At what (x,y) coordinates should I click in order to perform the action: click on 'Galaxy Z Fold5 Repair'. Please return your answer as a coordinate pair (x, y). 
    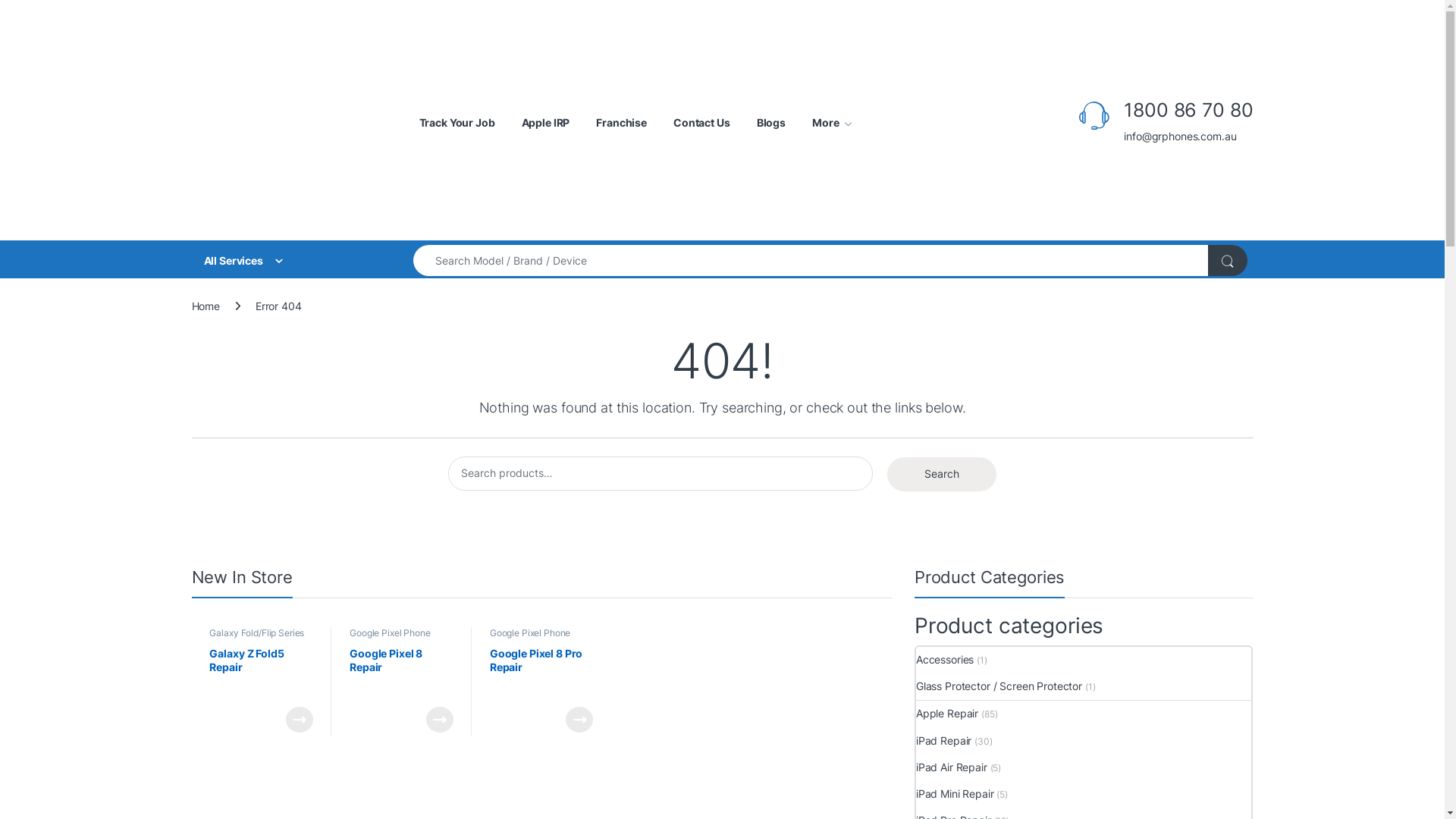
    Looking at the image, I should click on (261, 672).